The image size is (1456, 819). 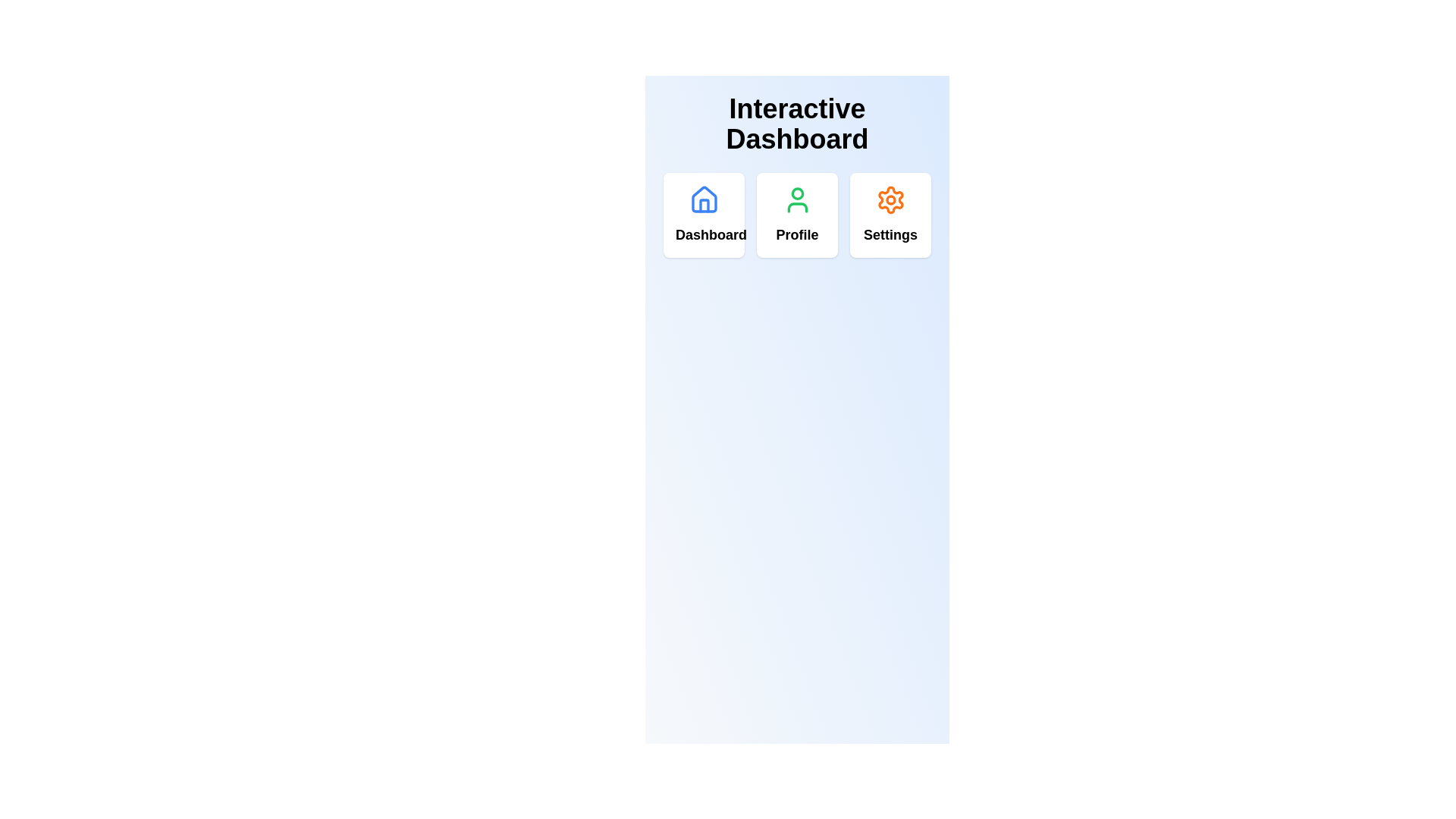 What do you see at coordinates (703, 215) in the screenshot?
I see `the leftmost card element in the grid` at bounding box center [703, 215].